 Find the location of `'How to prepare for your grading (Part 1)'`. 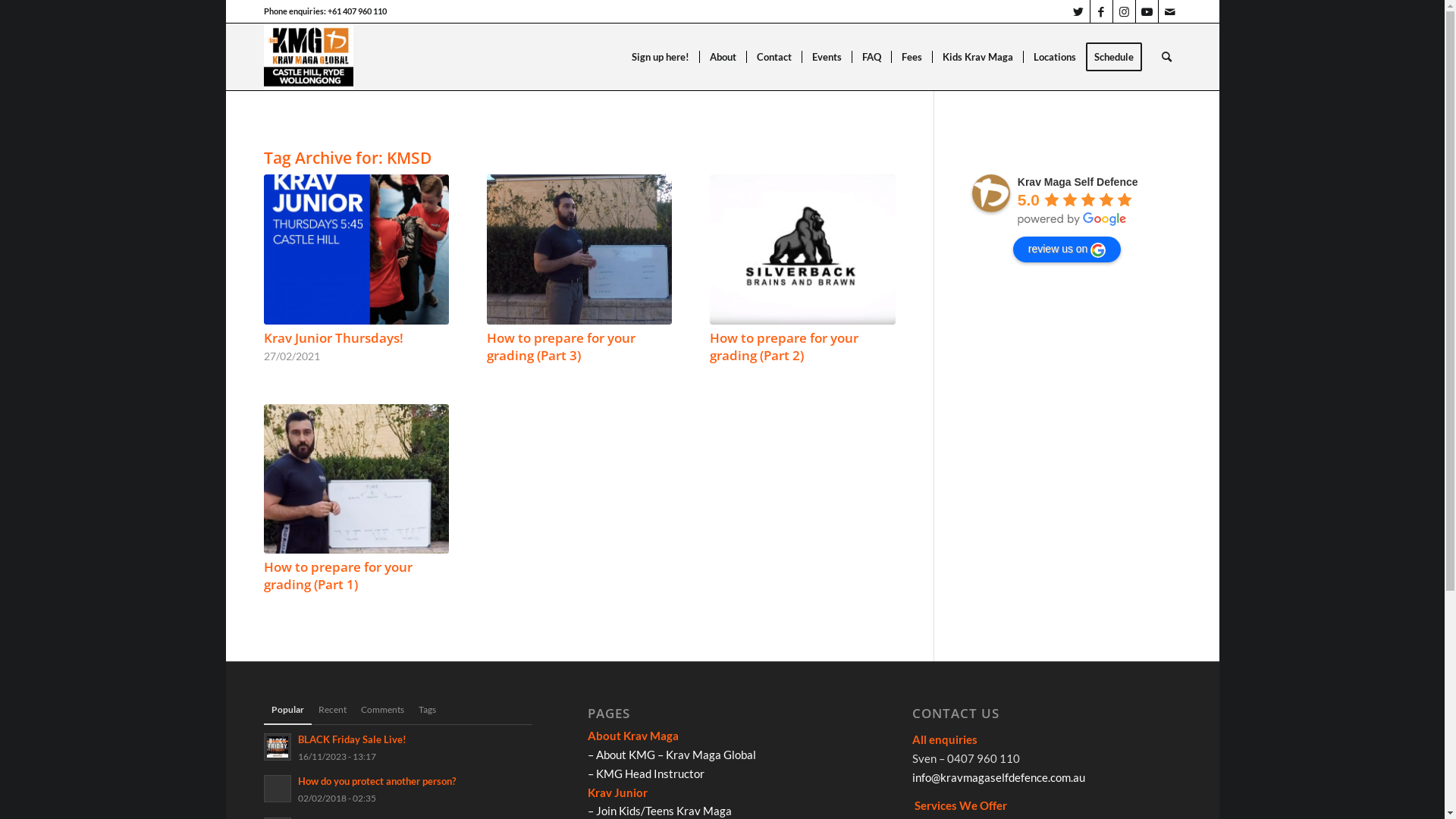

'How to prepare for your grading (Part 1)' is located at coordinates (337, 576).